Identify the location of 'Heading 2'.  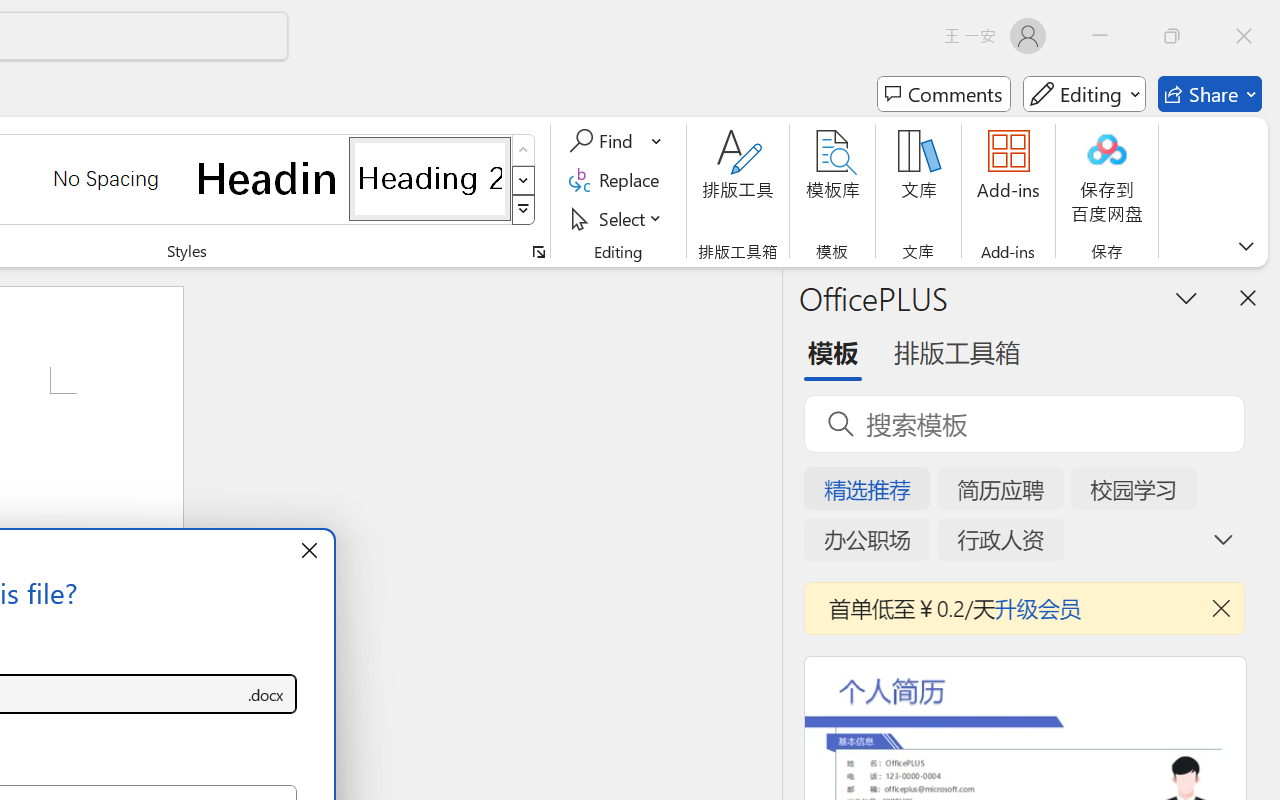
(429, 177).